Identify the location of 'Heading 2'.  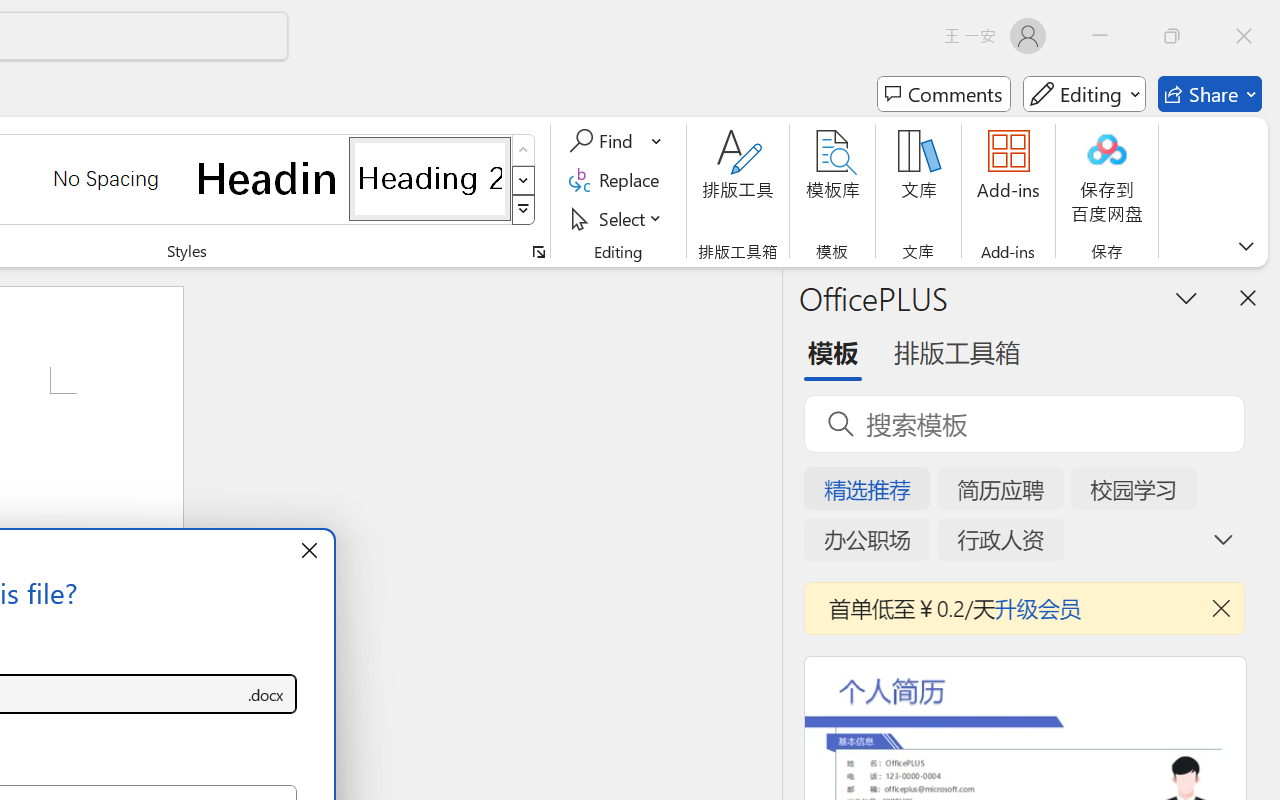
(429, 177).